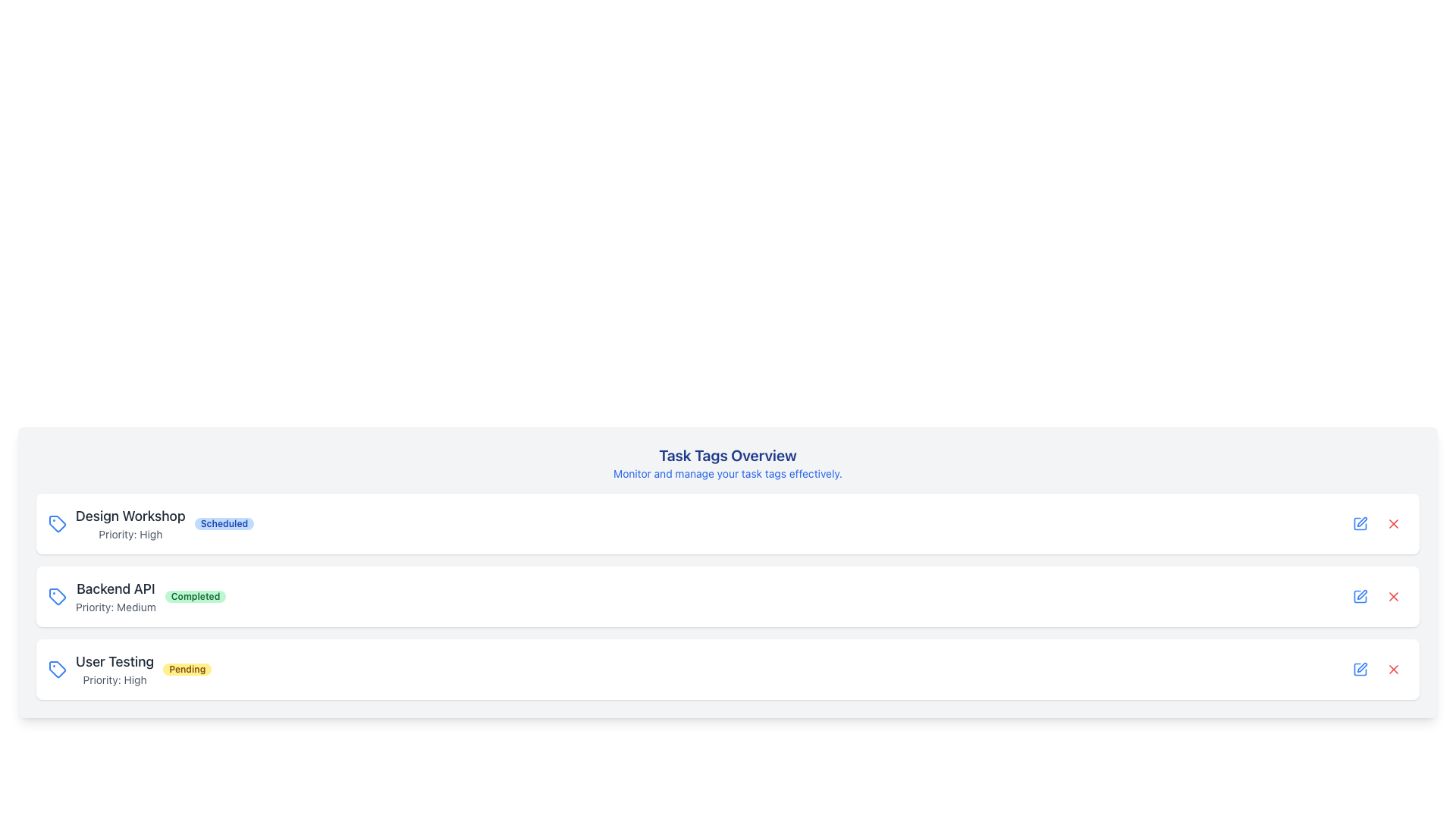 This screenshot has height=819, width=1456. What do you see at coordinates (1360, 595) in the screenshot?
I see `the small blue edit icon located in the last row of the task list, just to the left of the red close button, to initiate editing` at bounding box center [1360, 595].